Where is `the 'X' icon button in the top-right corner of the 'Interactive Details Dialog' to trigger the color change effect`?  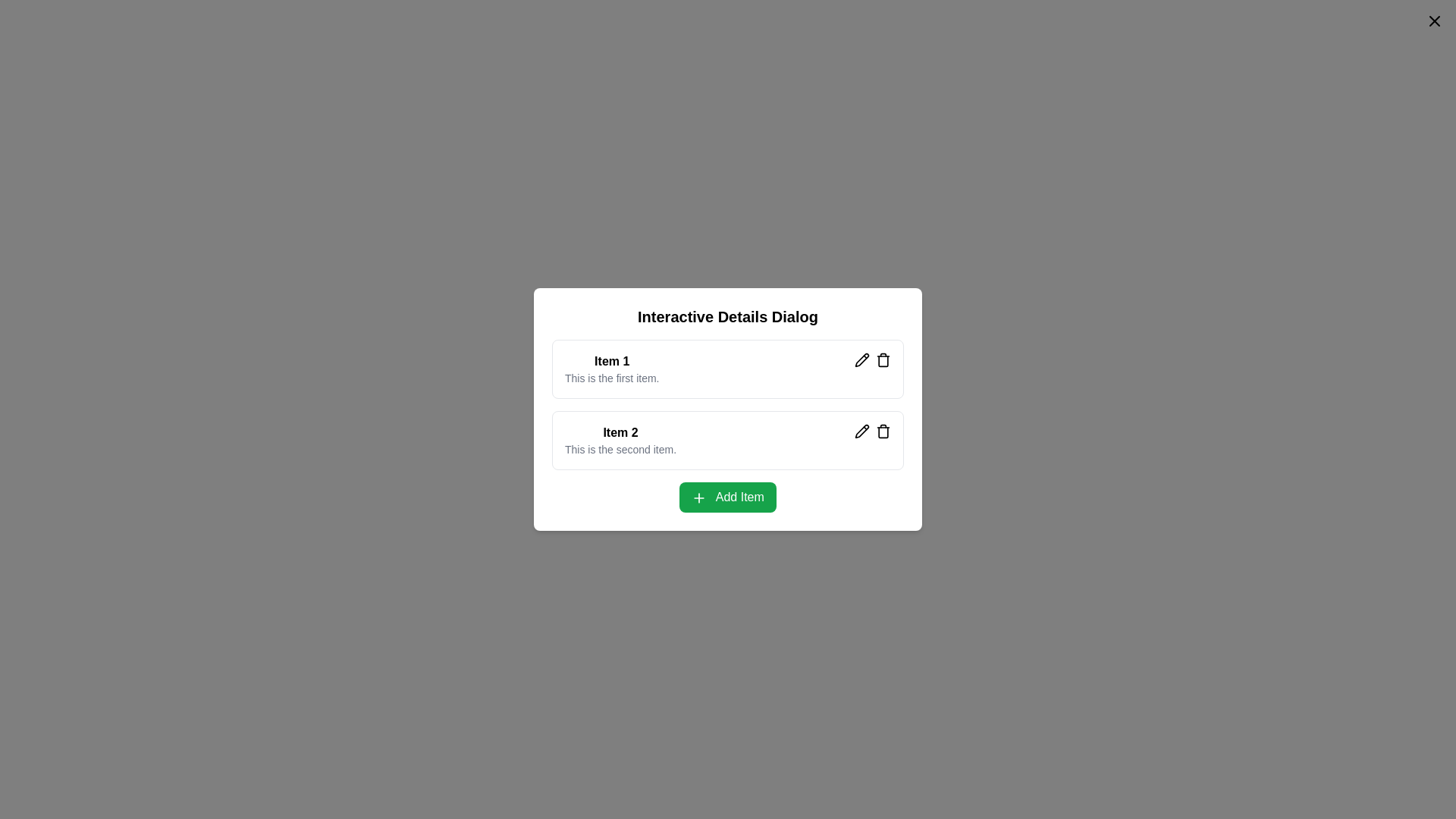 the 'X' icon button in the top-right corner of the 'Interactive Details Dialog' to trigger the color change effect is located at coordinates (1433, 20).